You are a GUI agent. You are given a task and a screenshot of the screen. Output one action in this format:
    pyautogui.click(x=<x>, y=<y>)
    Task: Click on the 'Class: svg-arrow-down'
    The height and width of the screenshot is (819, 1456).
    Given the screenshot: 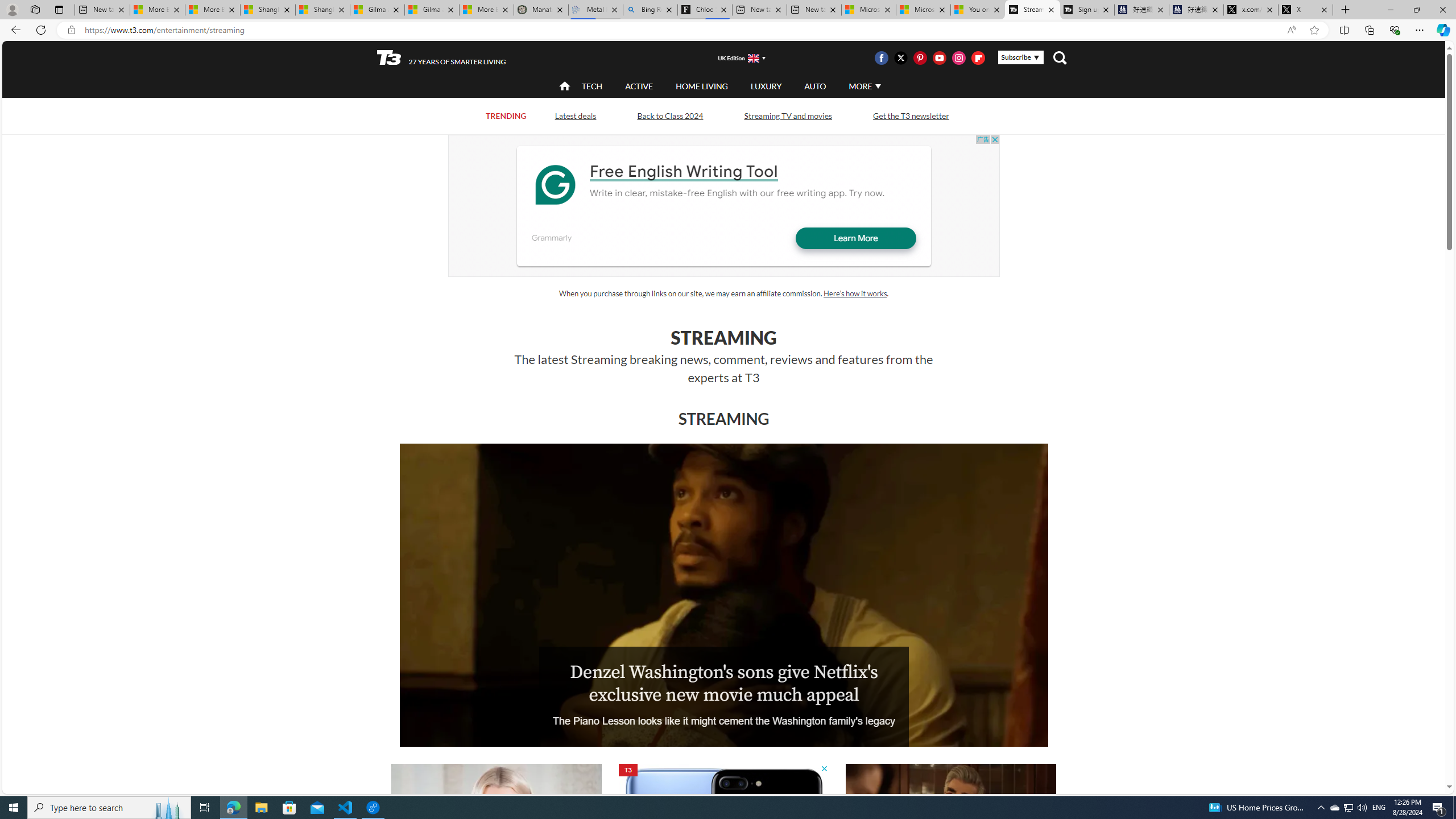 What is the action you would take?
    pyautogui.click(x=877, y=85)
    